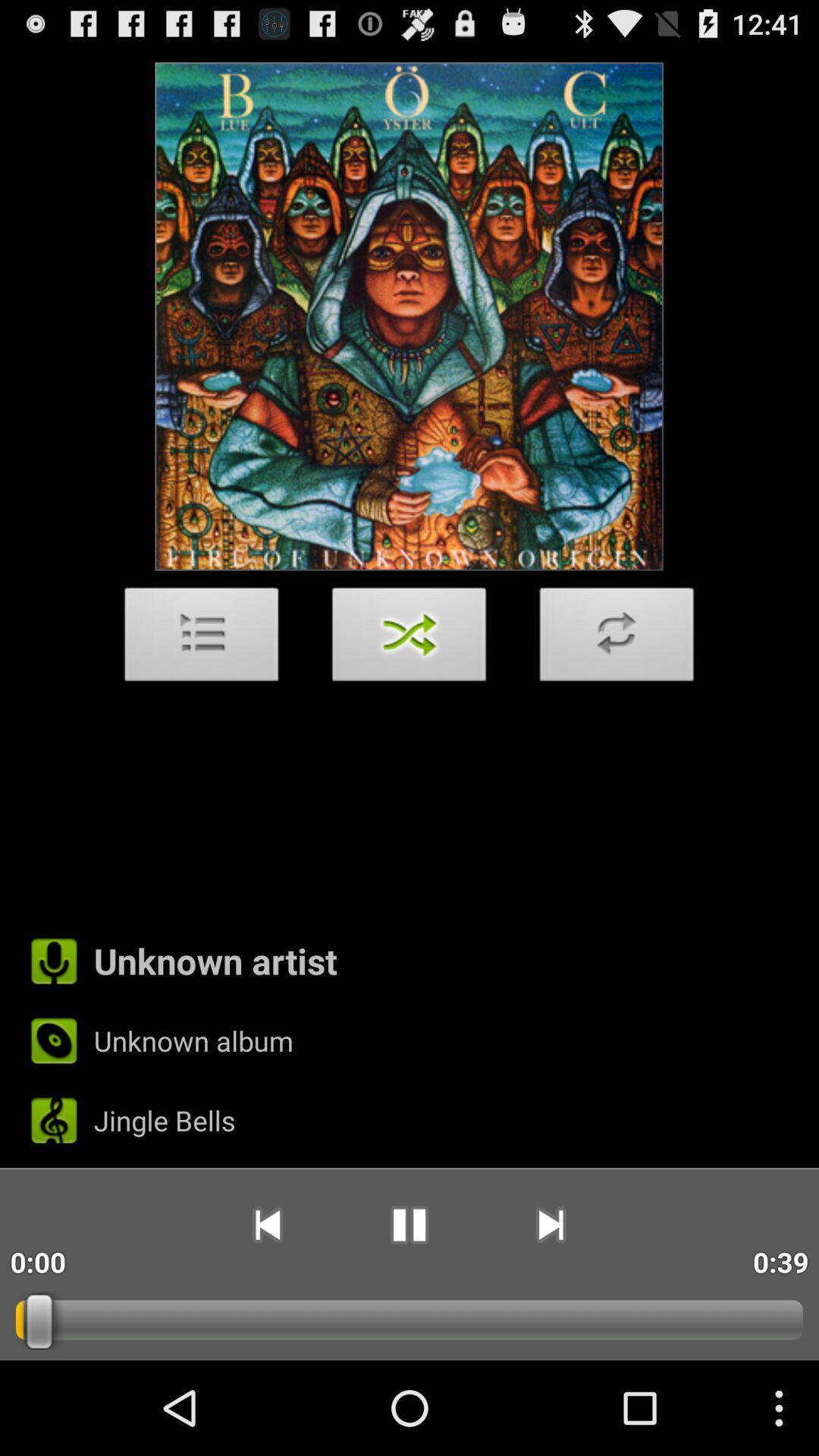  I want to click on item next to the 0:39 item, so click(551, 1225).